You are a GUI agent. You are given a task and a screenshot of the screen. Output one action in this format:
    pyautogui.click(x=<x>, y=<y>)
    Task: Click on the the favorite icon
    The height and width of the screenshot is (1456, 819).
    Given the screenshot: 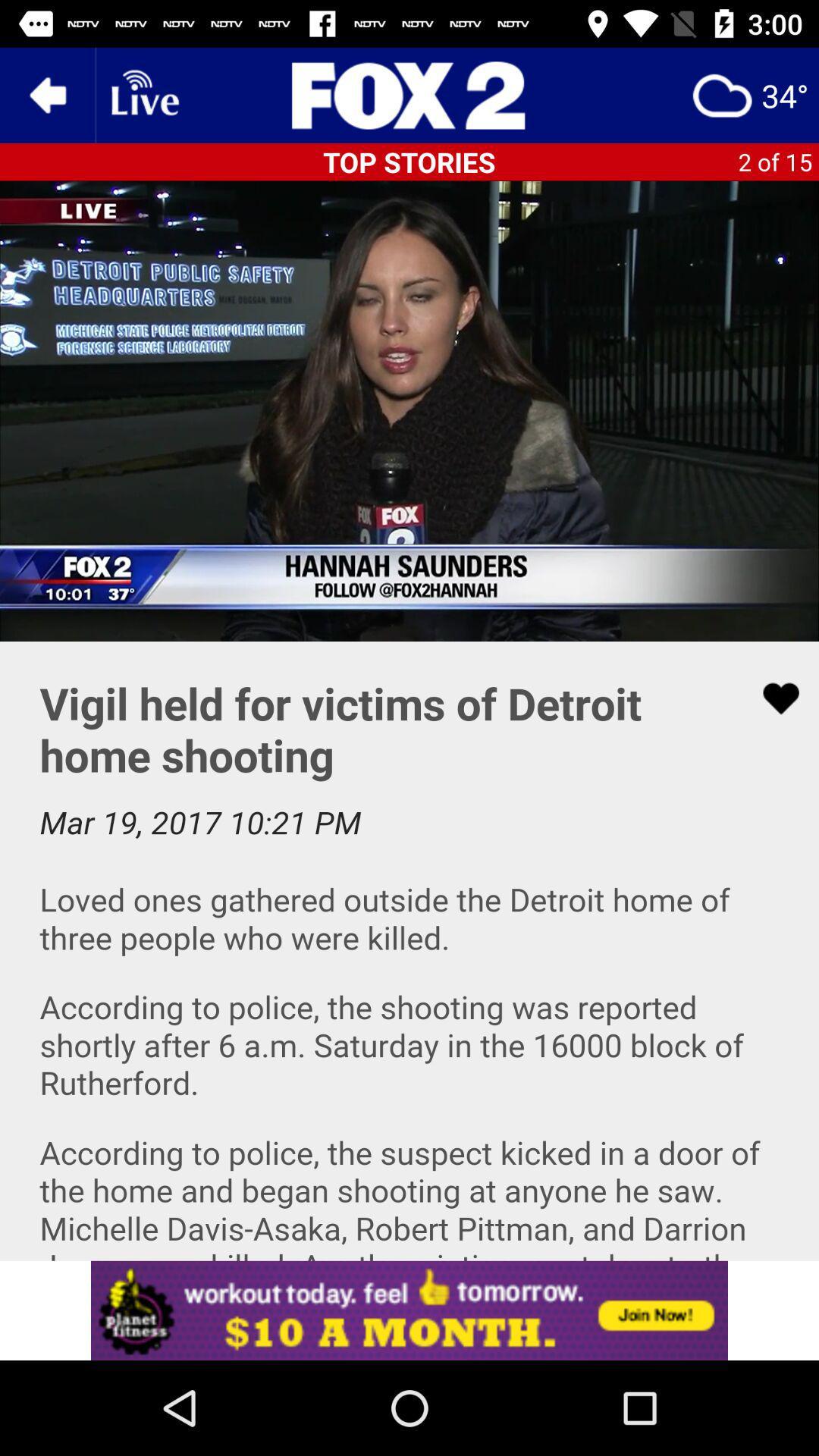 What is the action you would take?
    pyautogui.click(x=771, y=698)
    